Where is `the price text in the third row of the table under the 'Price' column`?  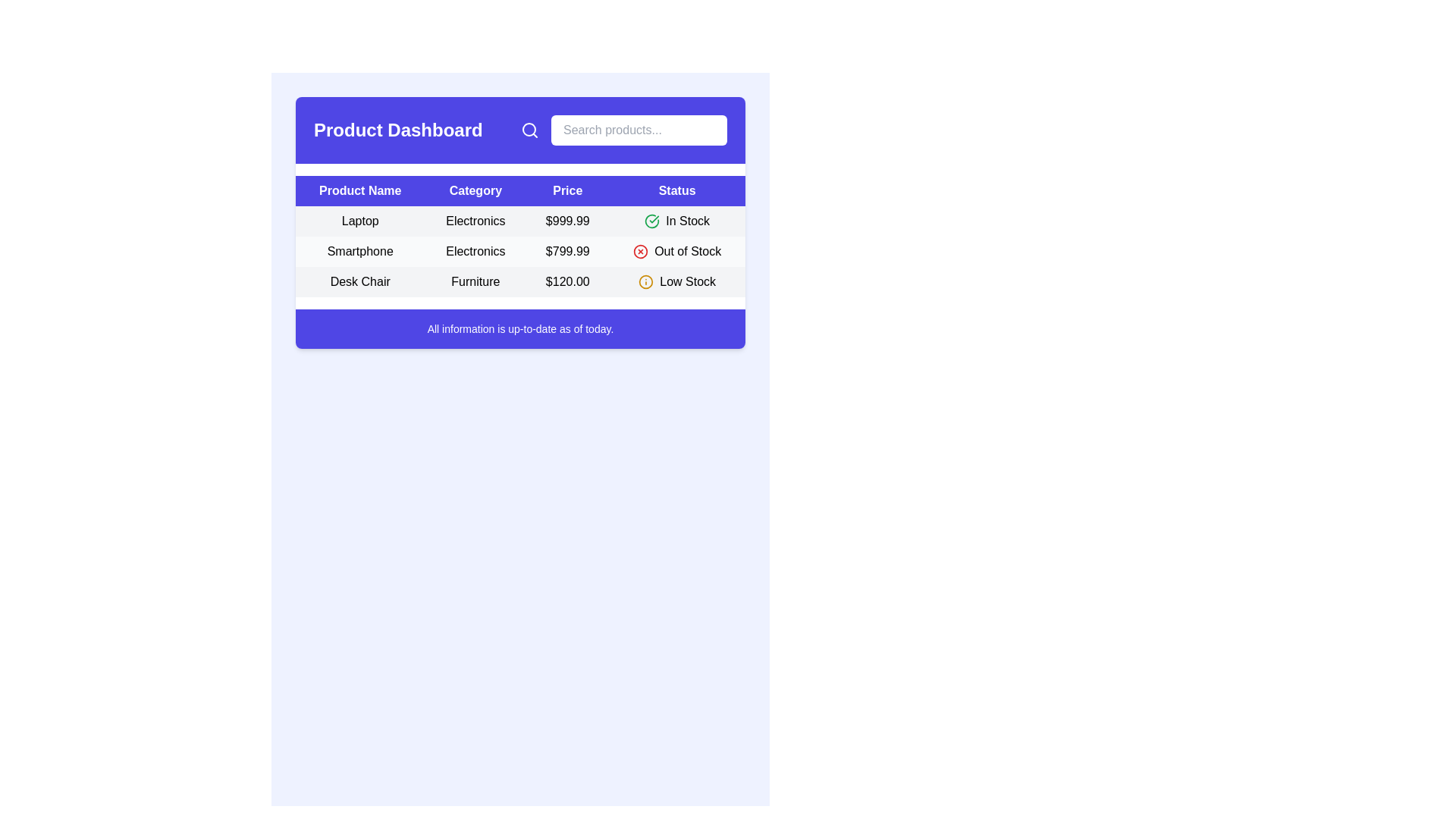 the price text in the third row of the table under the 'Price' column is located at coordinates (566, 281).